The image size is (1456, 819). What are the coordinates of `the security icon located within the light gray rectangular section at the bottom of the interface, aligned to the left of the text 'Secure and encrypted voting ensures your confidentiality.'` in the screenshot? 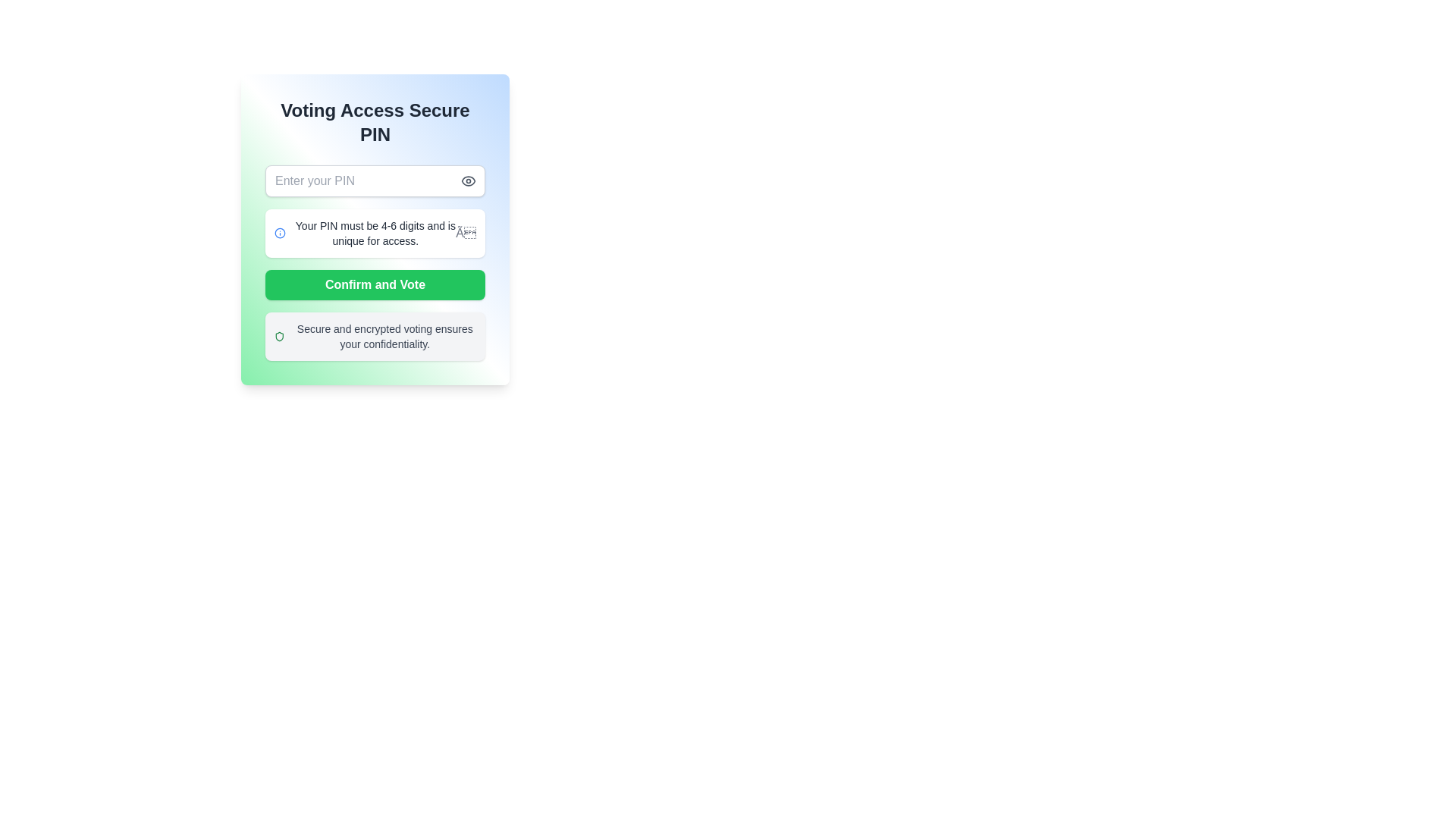 It's located at (279, 335).